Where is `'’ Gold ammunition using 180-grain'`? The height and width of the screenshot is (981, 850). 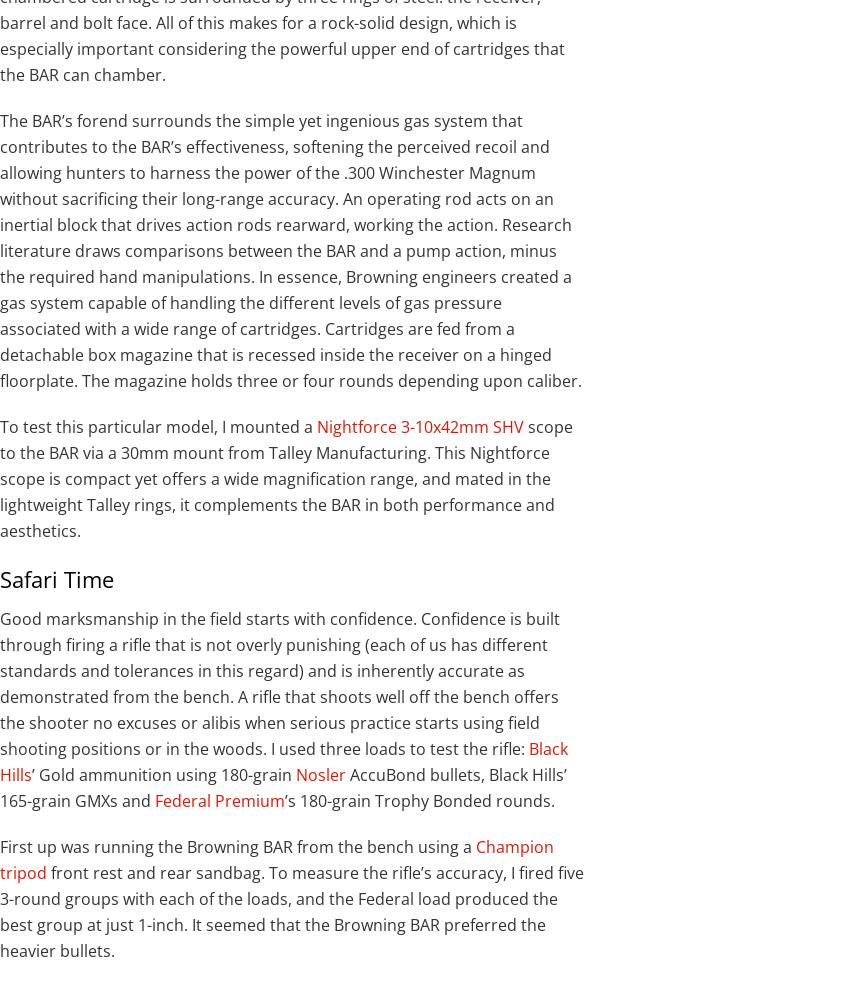 '’ Gold ammunition using 180-grain' is located at coordinates (30, 774).